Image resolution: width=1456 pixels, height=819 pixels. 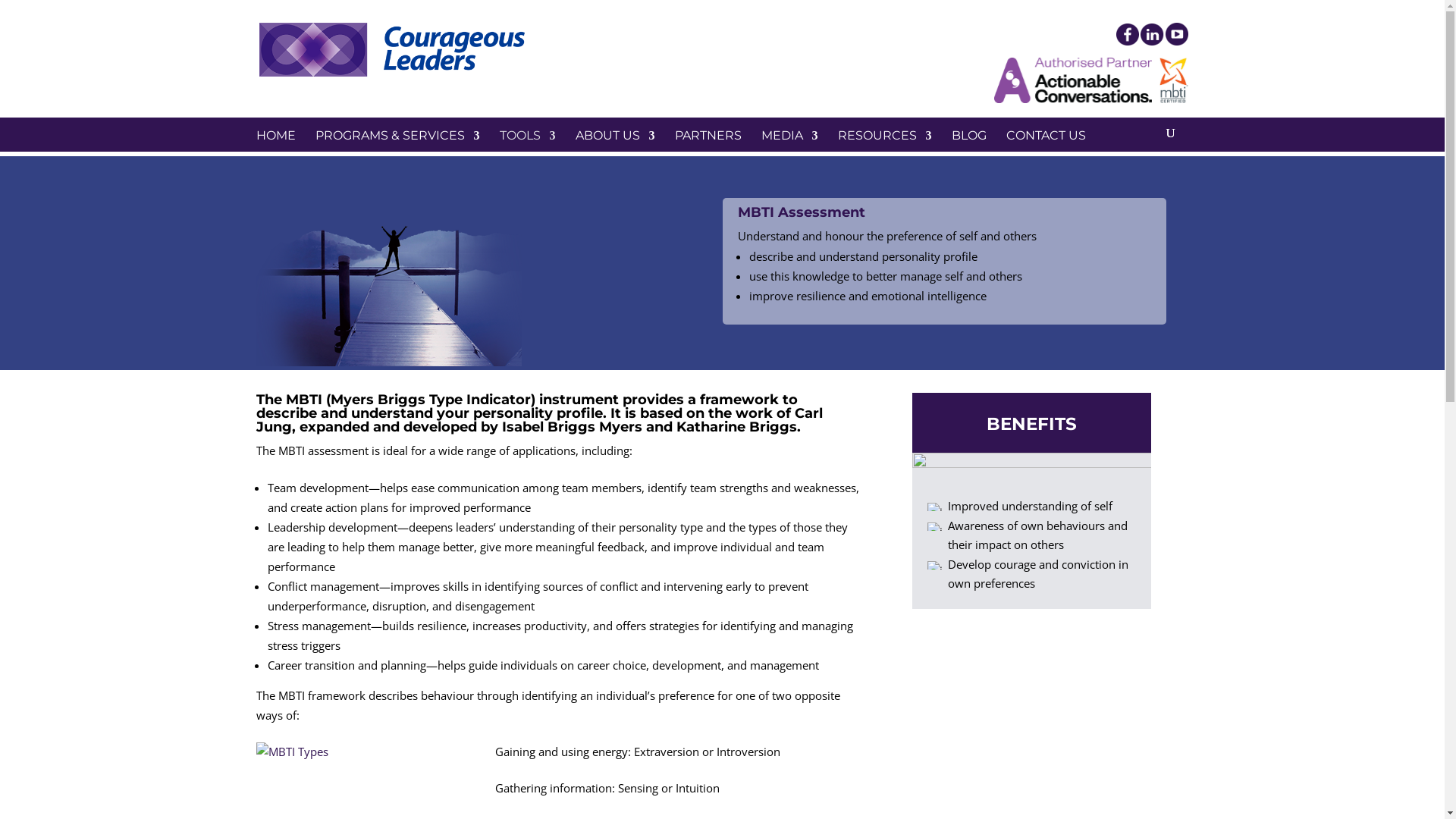 I want to click on 'HOME', so click(x=276, y=152).